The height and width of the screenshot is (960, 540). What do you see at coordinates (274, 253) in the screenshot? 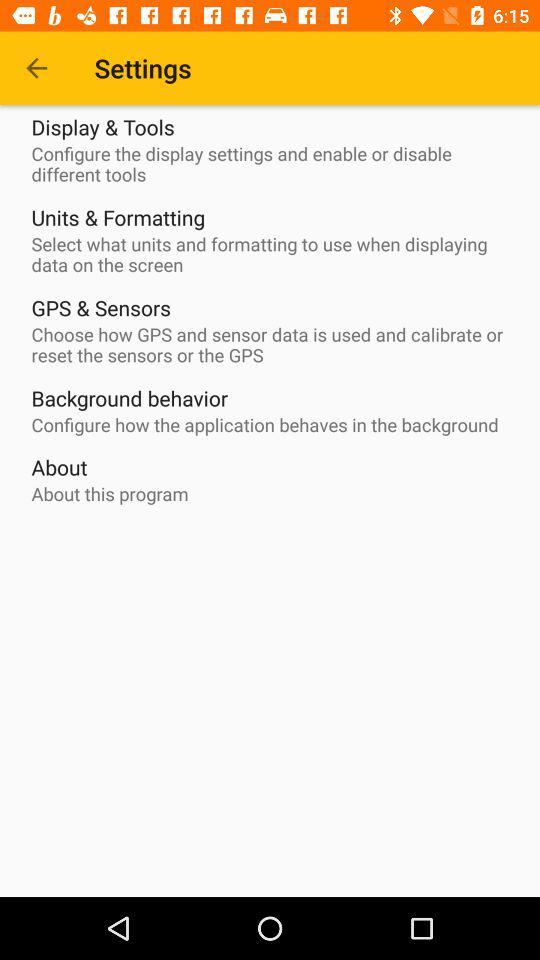
I see `the item below units & formatting` at bounding box center [274, 253].